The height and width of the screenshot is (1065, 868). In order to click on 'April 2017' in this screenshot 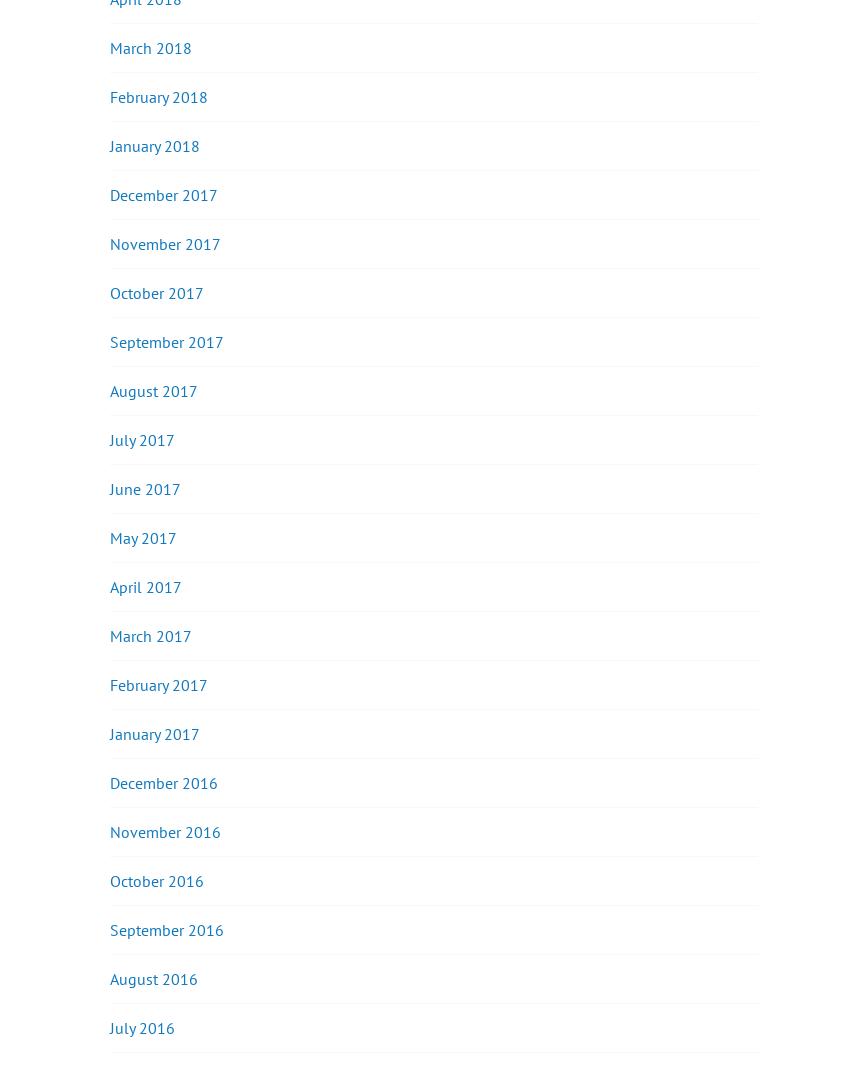, I will do `click(109, 585)`.